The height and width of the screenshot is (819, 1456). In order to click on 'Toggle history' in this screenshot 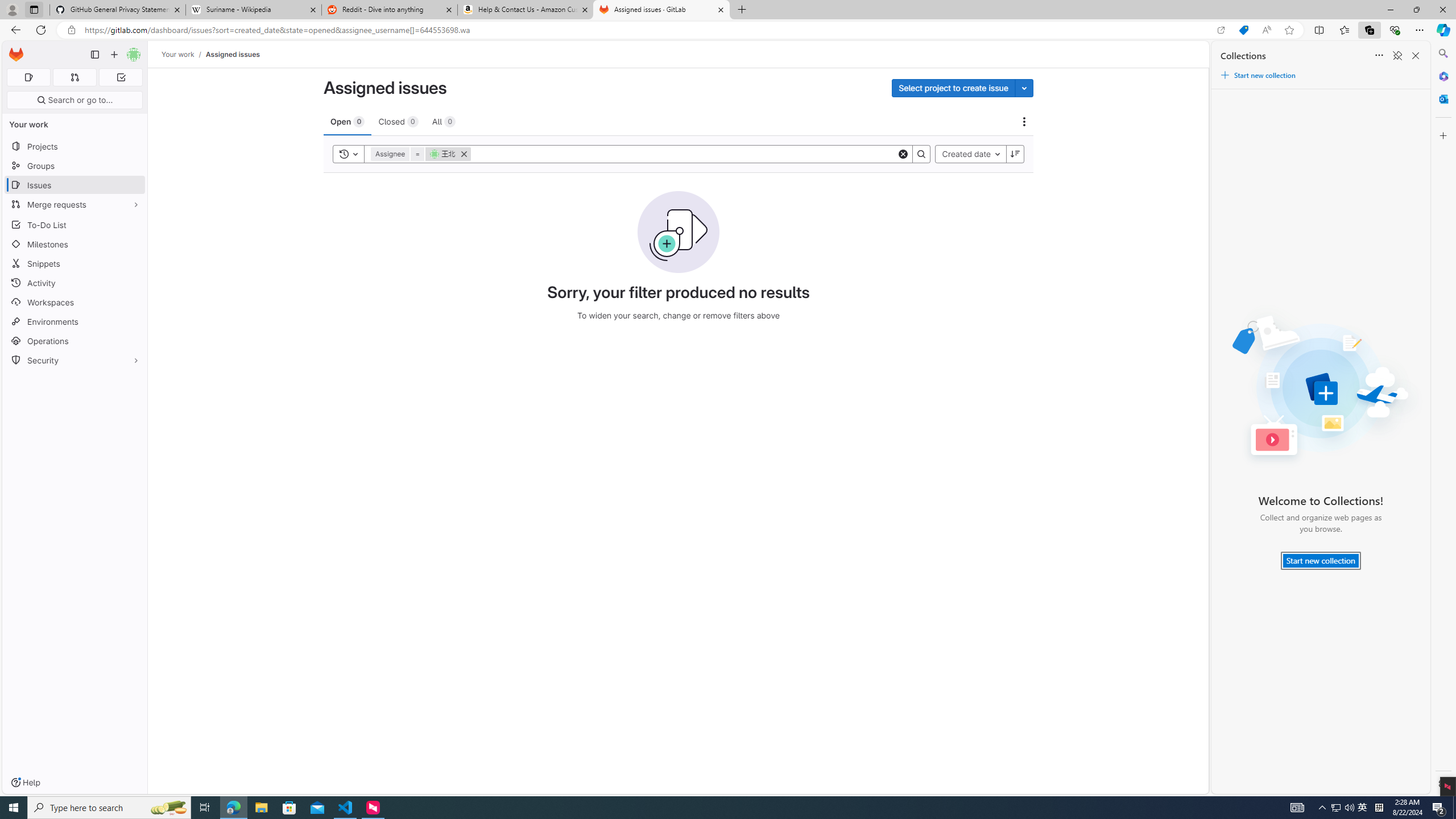, I will do `click(348, 153)`.